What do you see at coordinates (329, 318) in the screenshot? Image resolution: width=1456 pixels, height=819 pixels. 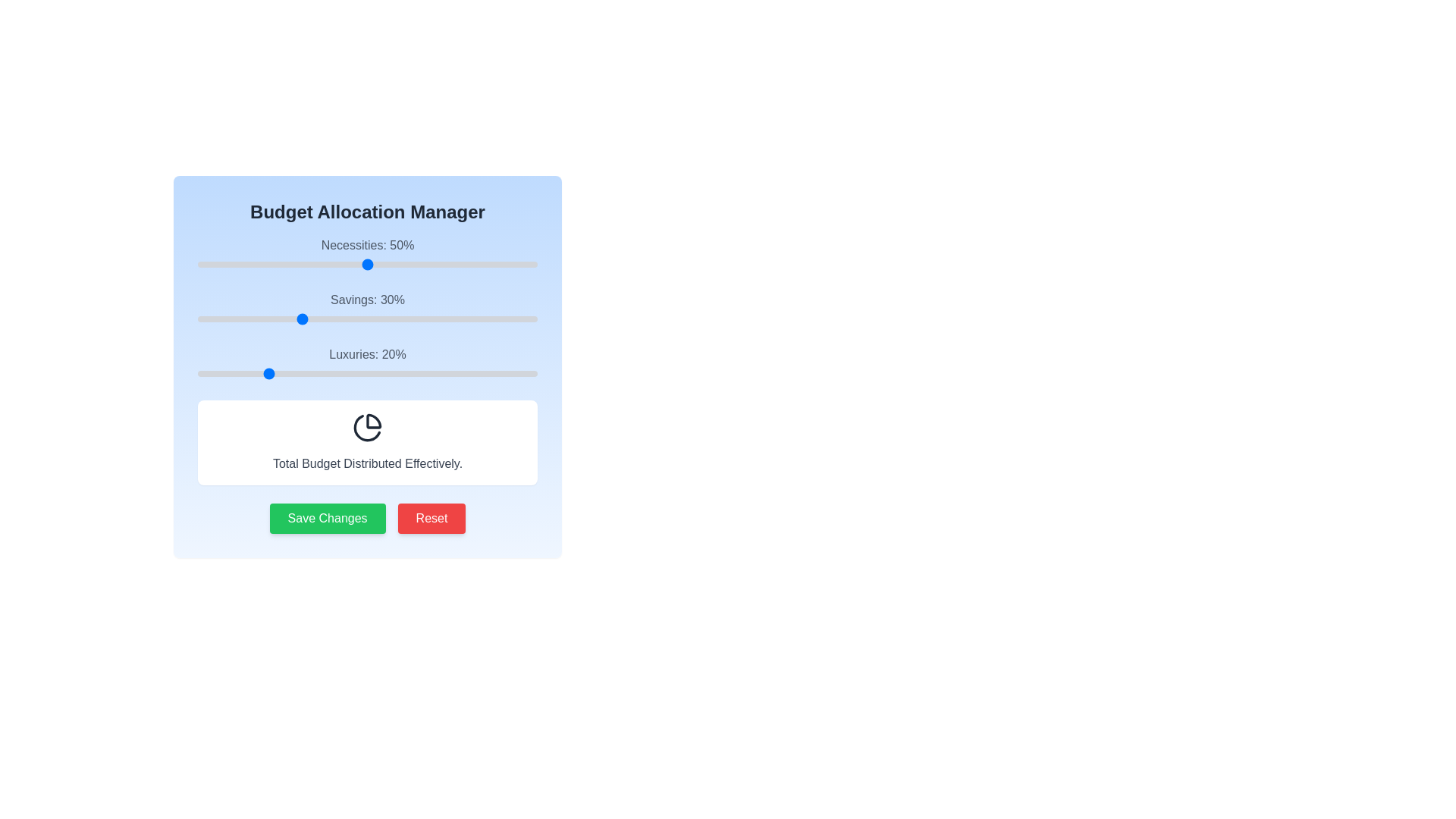 I see `the savings percentage` at bounding box center [329, 318].